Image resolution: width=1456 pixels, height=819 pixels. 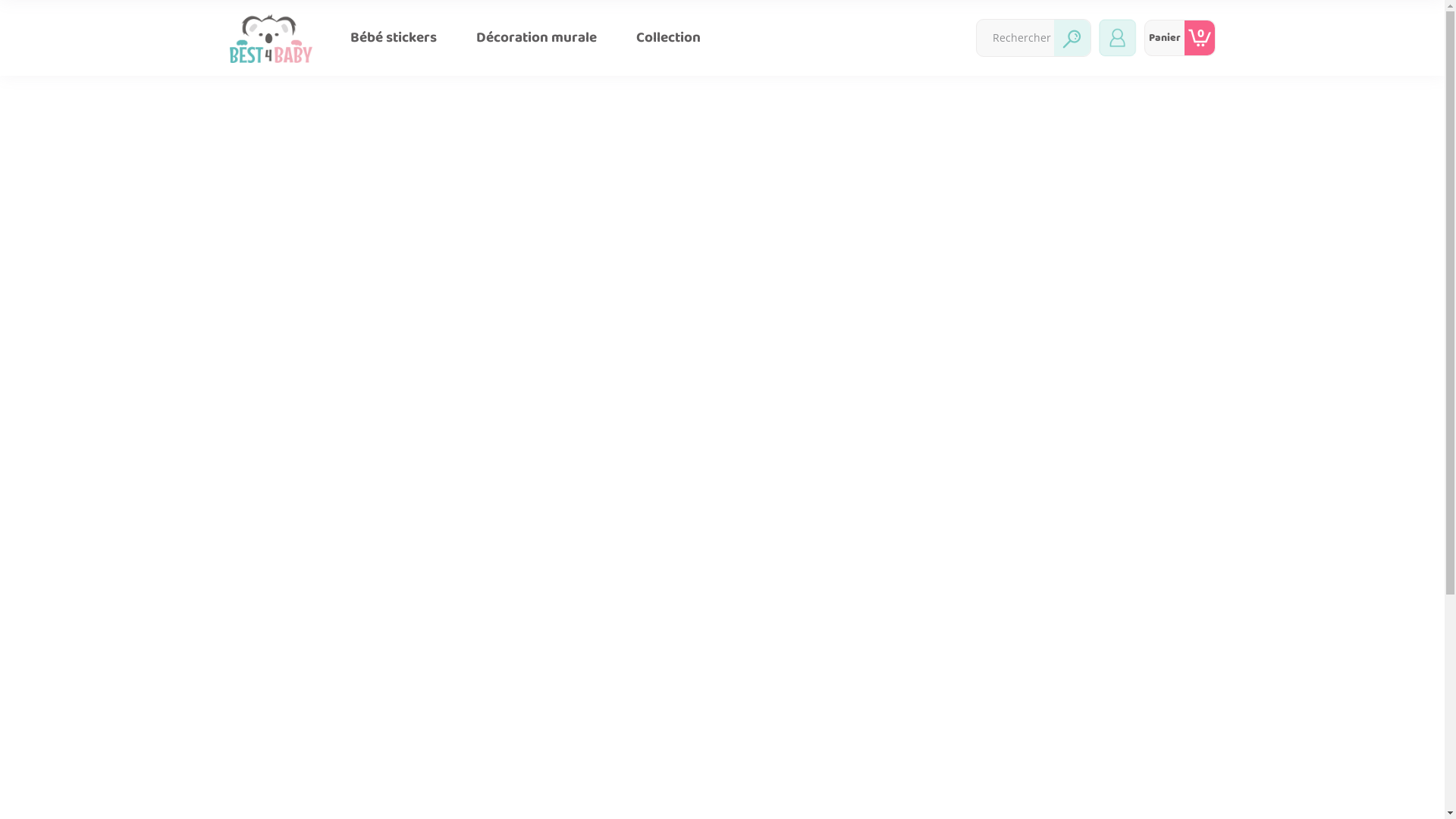 What do you see at coordinates (1178, 37) in the screenshot?
I see `'Panier` at bounding box center [1178, 37].